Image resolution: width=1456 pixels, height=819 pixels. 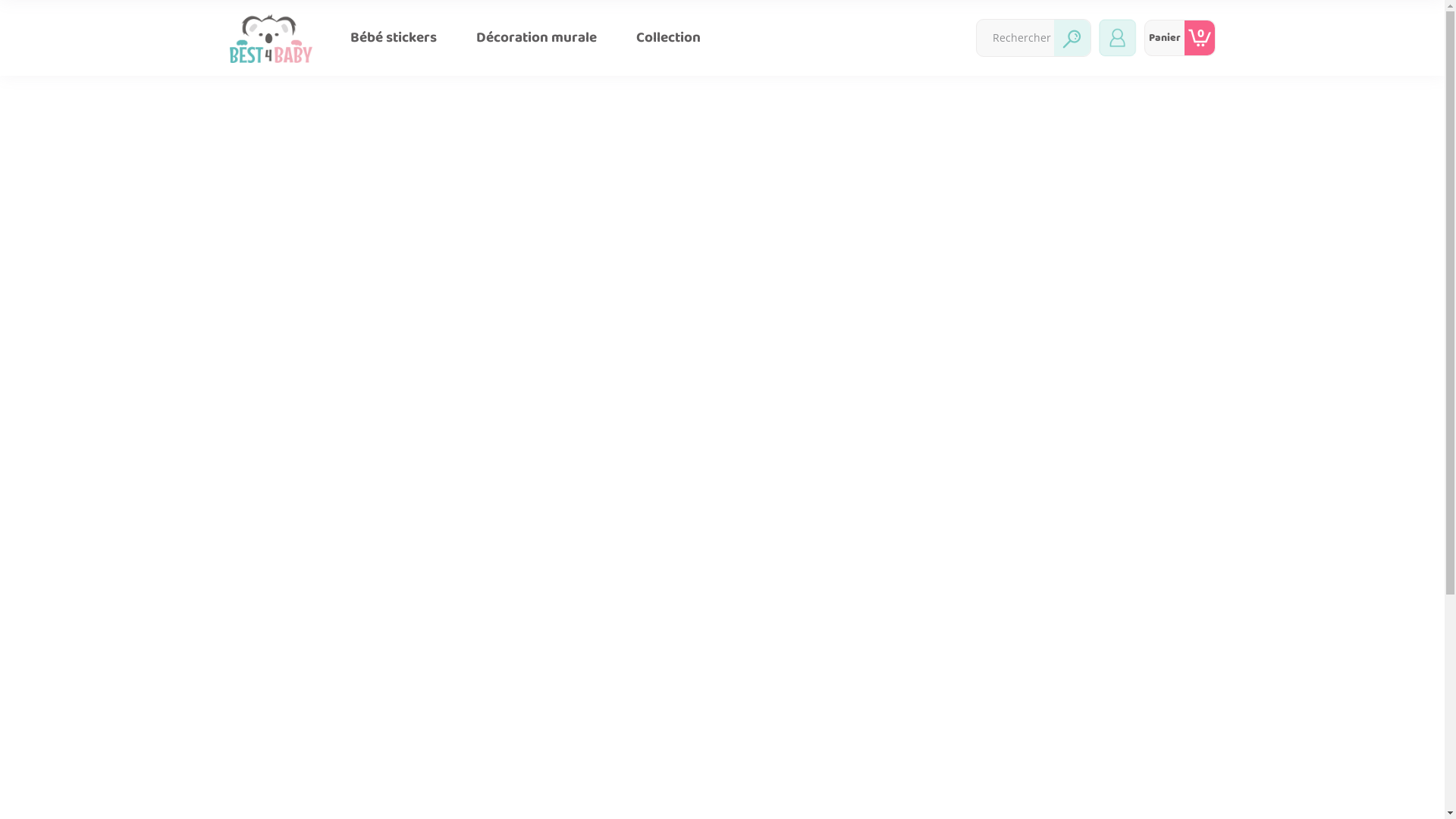 What do you see at coordinates (1178, 37) in the screenshot?
I see `'Panier` at bounding box center [1178, 37].